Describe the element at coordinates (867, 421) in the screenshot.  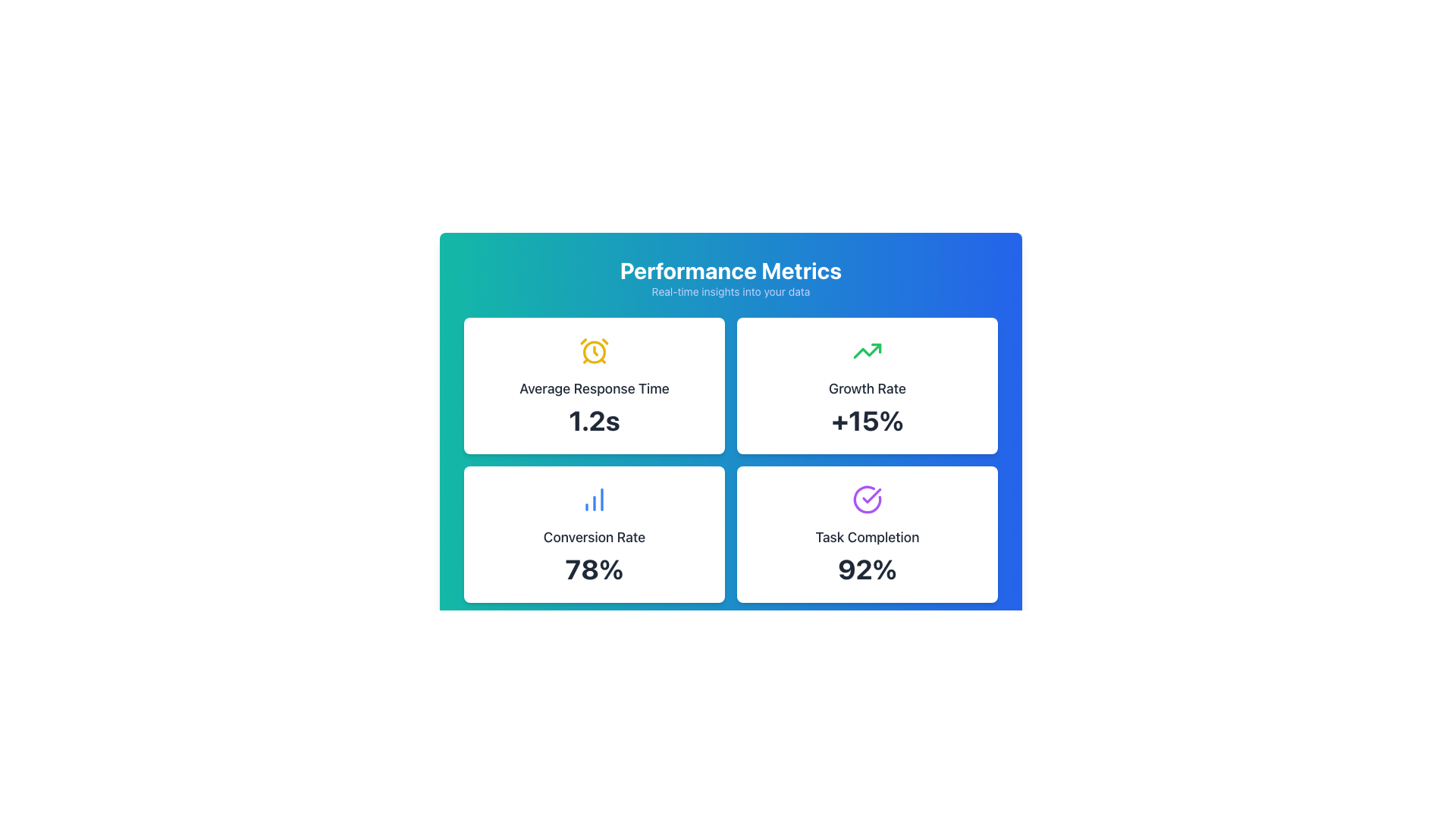
I see `the KPI label displaying the growth rate percentage located in the bottom section of the 'Growth Rate' card in the top-right quadrant of the four-card grid` at that location.